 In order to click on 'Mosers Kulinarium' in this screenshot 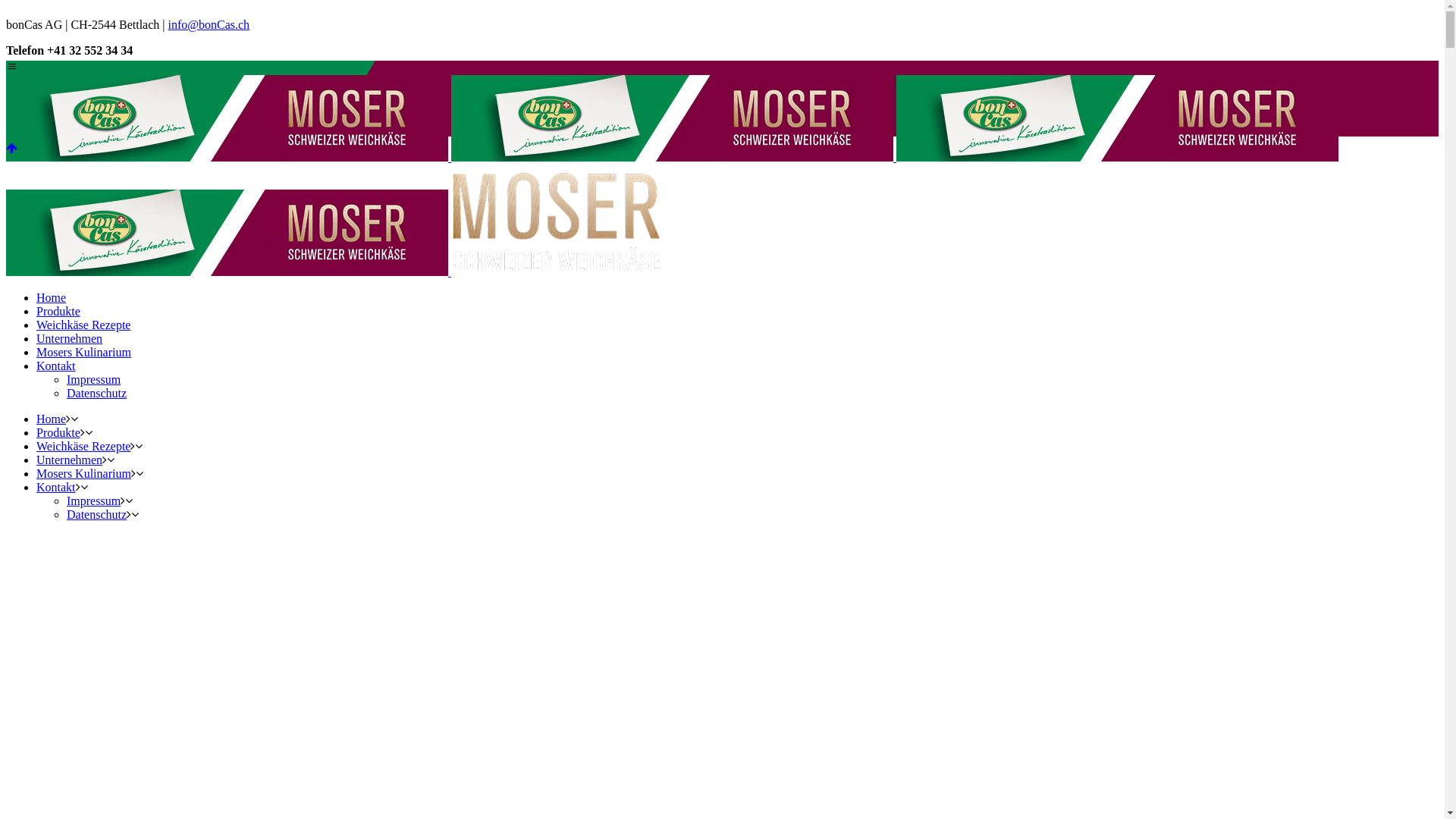, I will do `click(83, 472)`.